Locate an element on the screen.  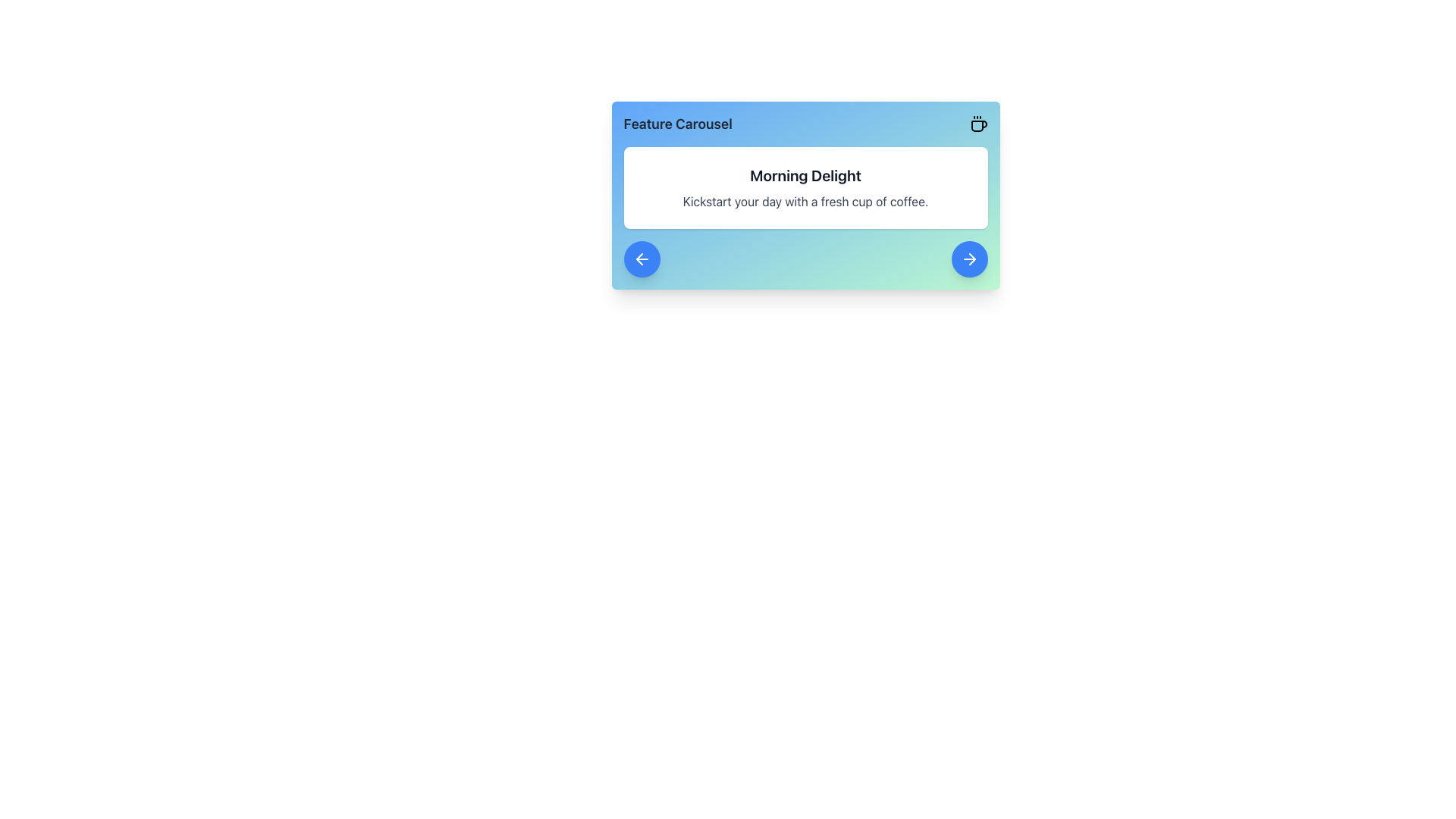
the left-facing arrow icon with a white stroke on a blue circular background is located at coordinates (642, 259).